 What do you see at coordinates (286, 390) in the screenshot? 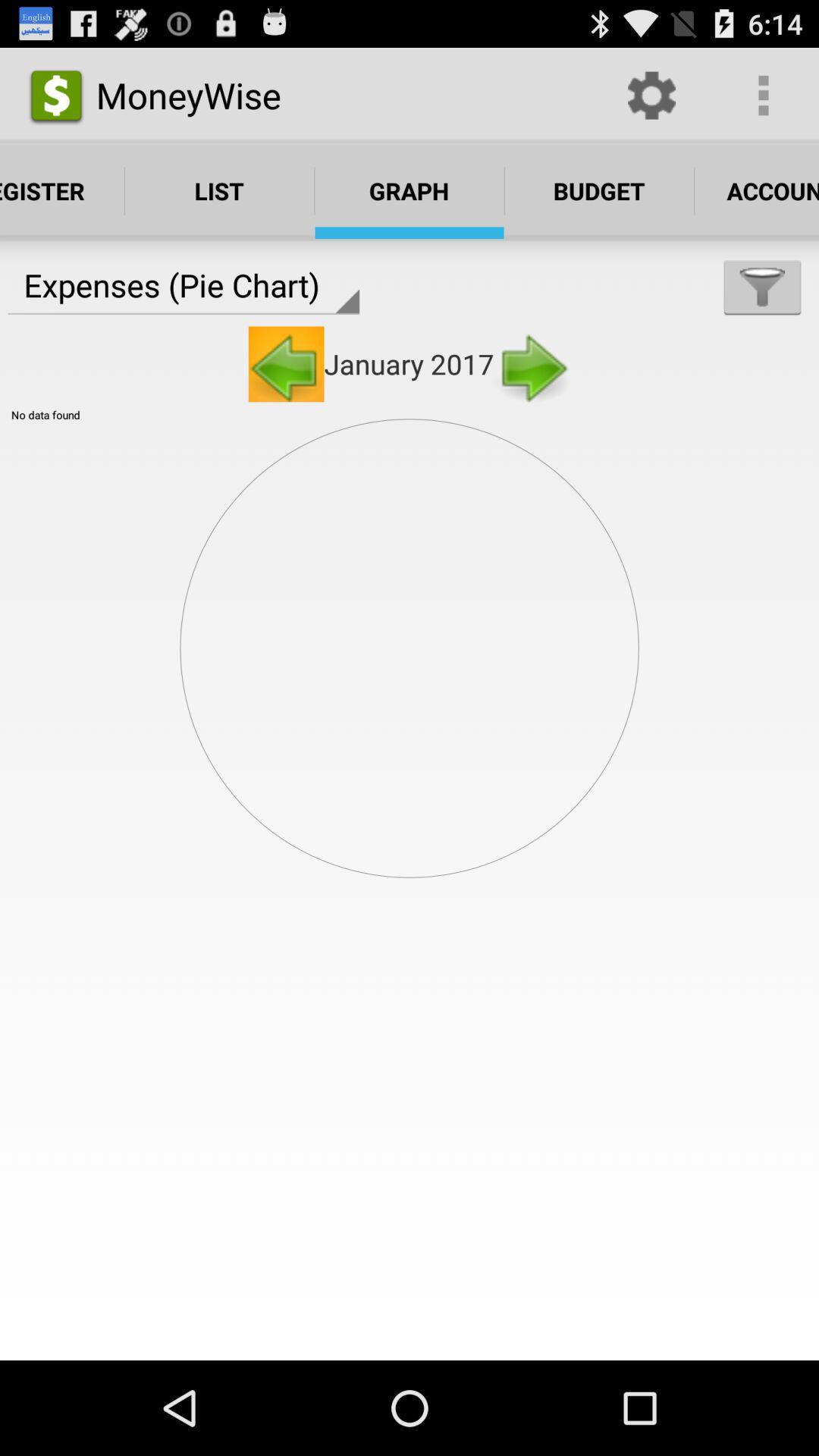
I see `the arrow_backward icon` at bounding box center [286, 390].